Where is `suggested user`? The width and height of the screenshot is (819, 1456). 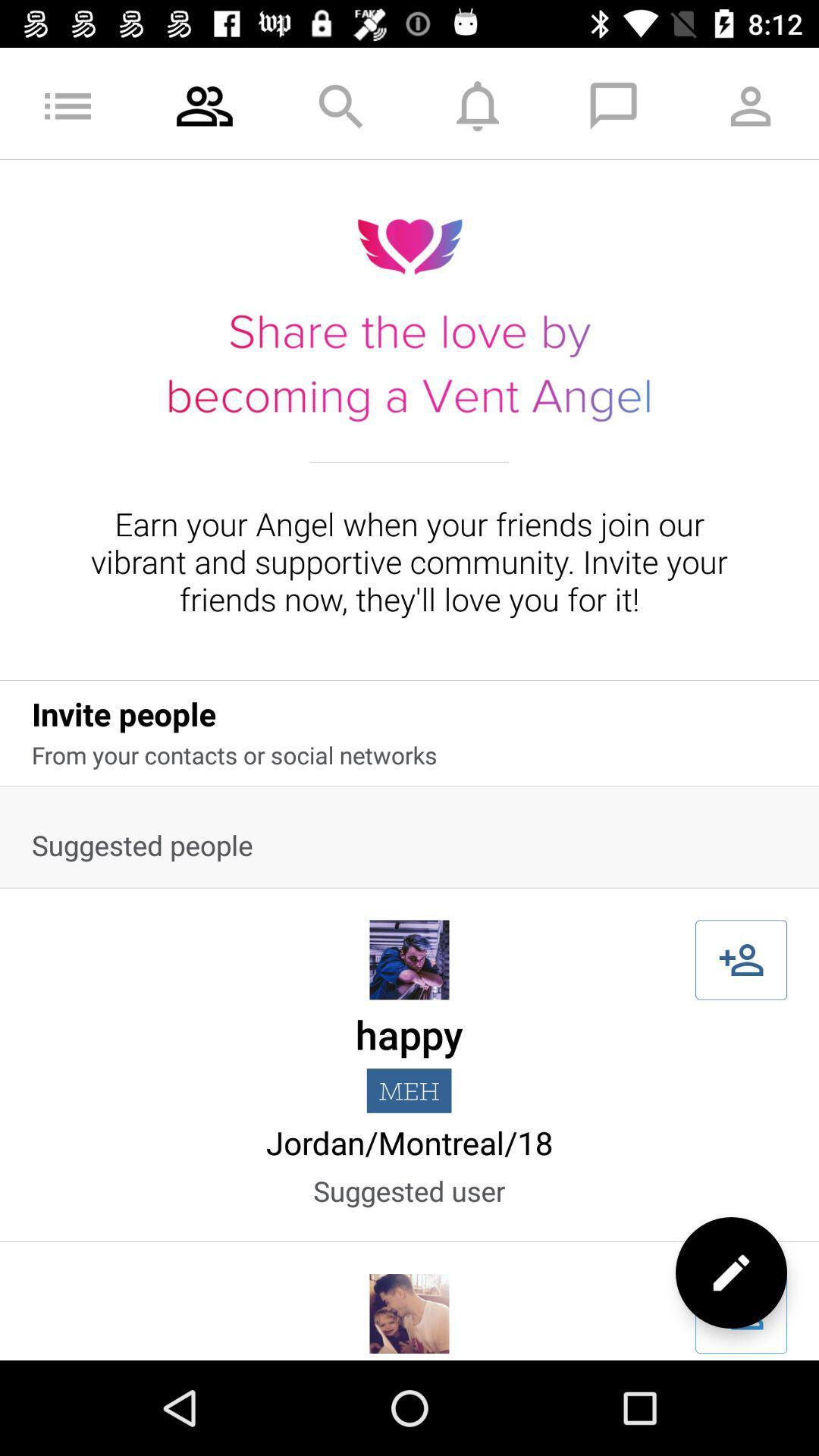 suggested user is located at coordinates (740, 1313).